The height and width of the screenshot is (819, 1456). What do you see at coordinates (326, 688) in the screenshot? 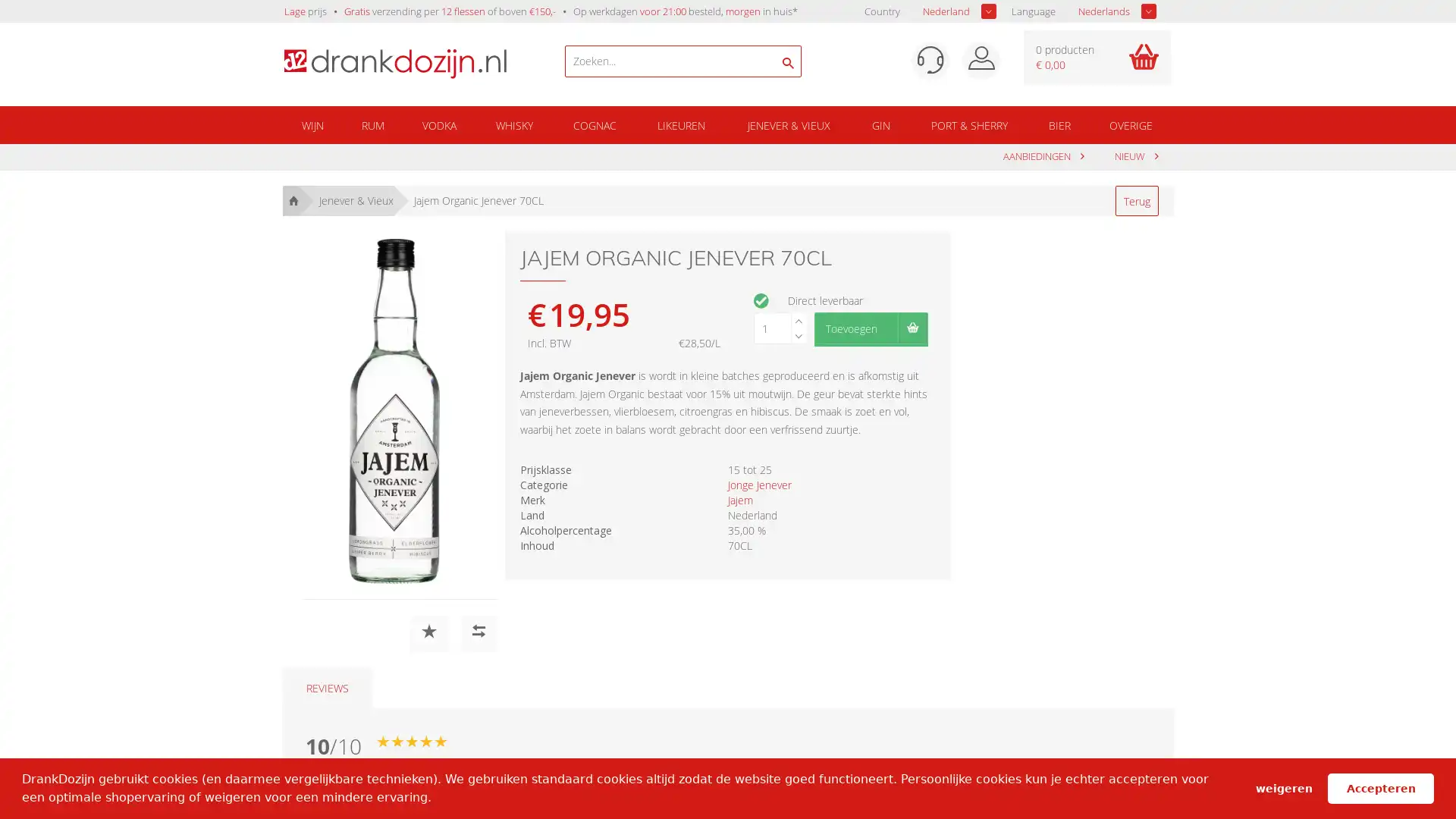
I see `REVIEWS` at bounding box center [326, 688].